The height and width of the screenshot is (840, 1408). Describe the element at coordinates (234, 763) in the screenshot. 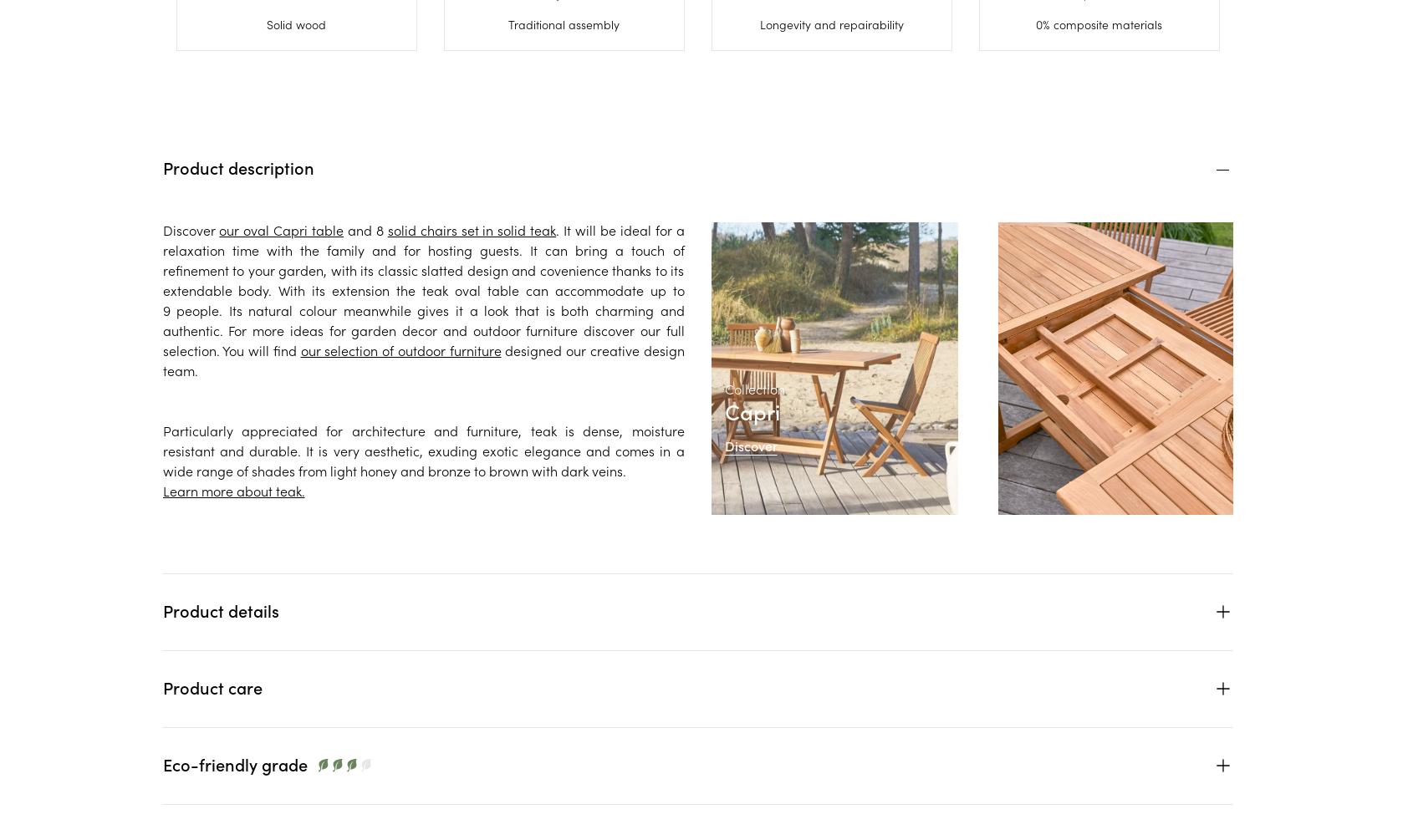

I see `'Eco-friendly grade'` at that location.